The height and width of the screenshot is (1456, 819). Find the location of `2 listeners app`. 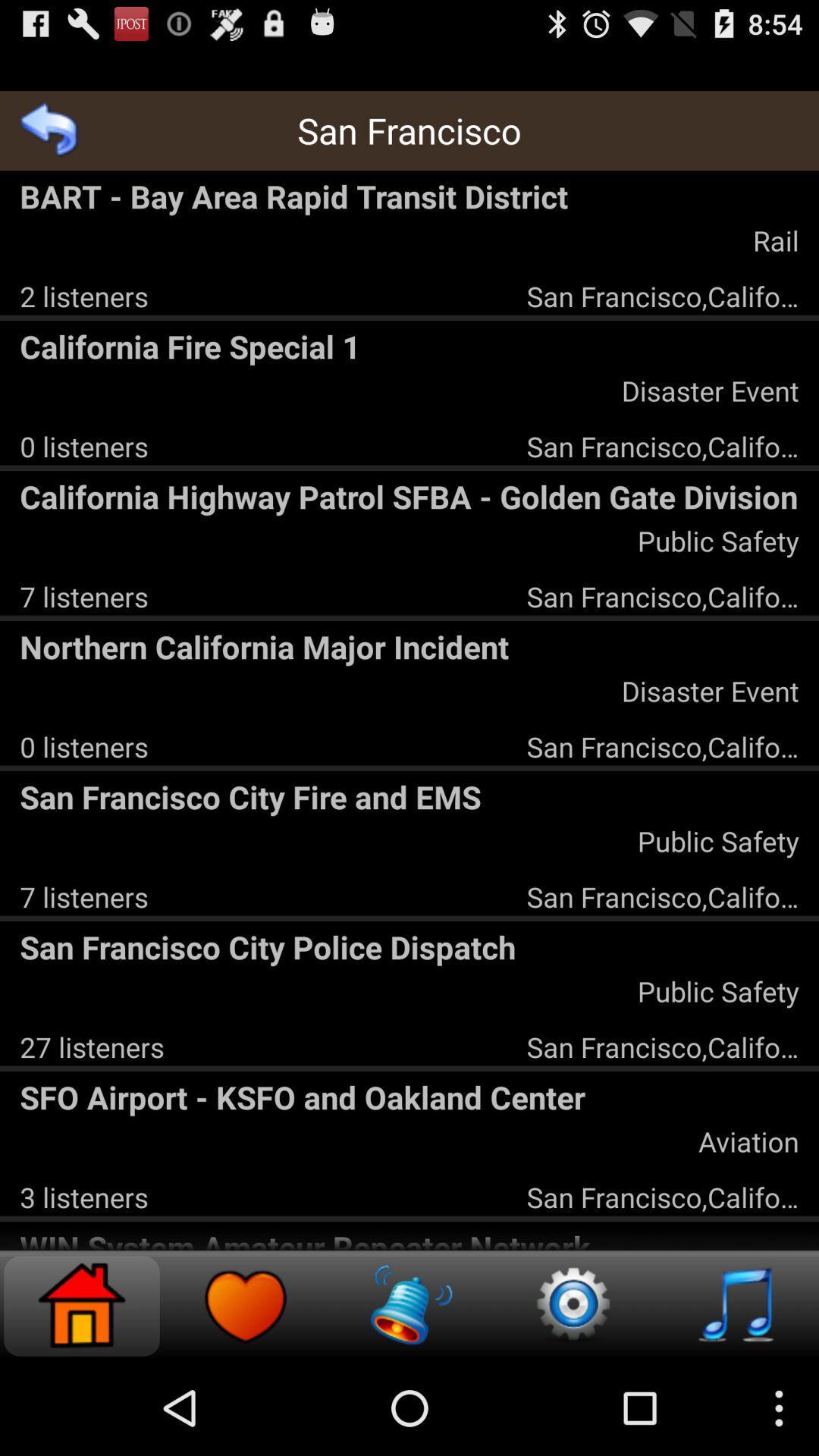

2 listeners app is located at coordinates (84, 296).